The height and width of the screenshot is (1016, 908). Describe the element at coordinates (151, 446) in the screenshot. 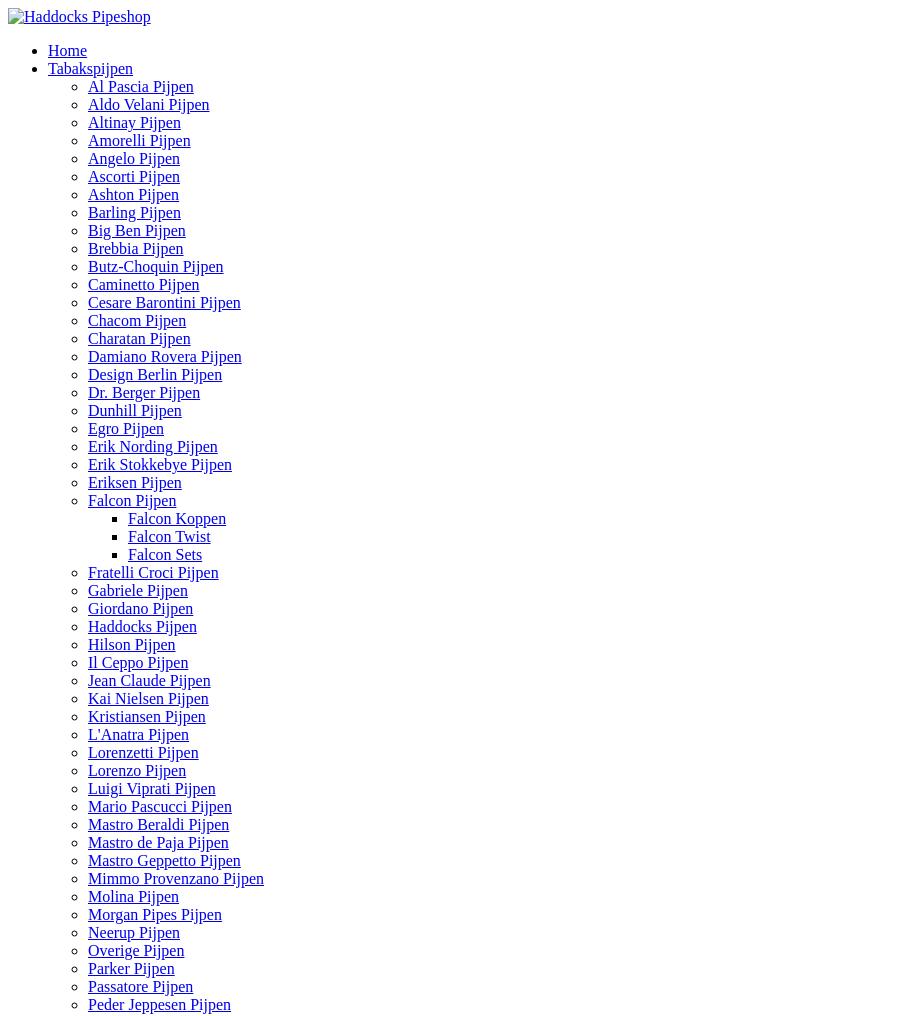

I see `'Erik Nording Pijpen'` at that location.